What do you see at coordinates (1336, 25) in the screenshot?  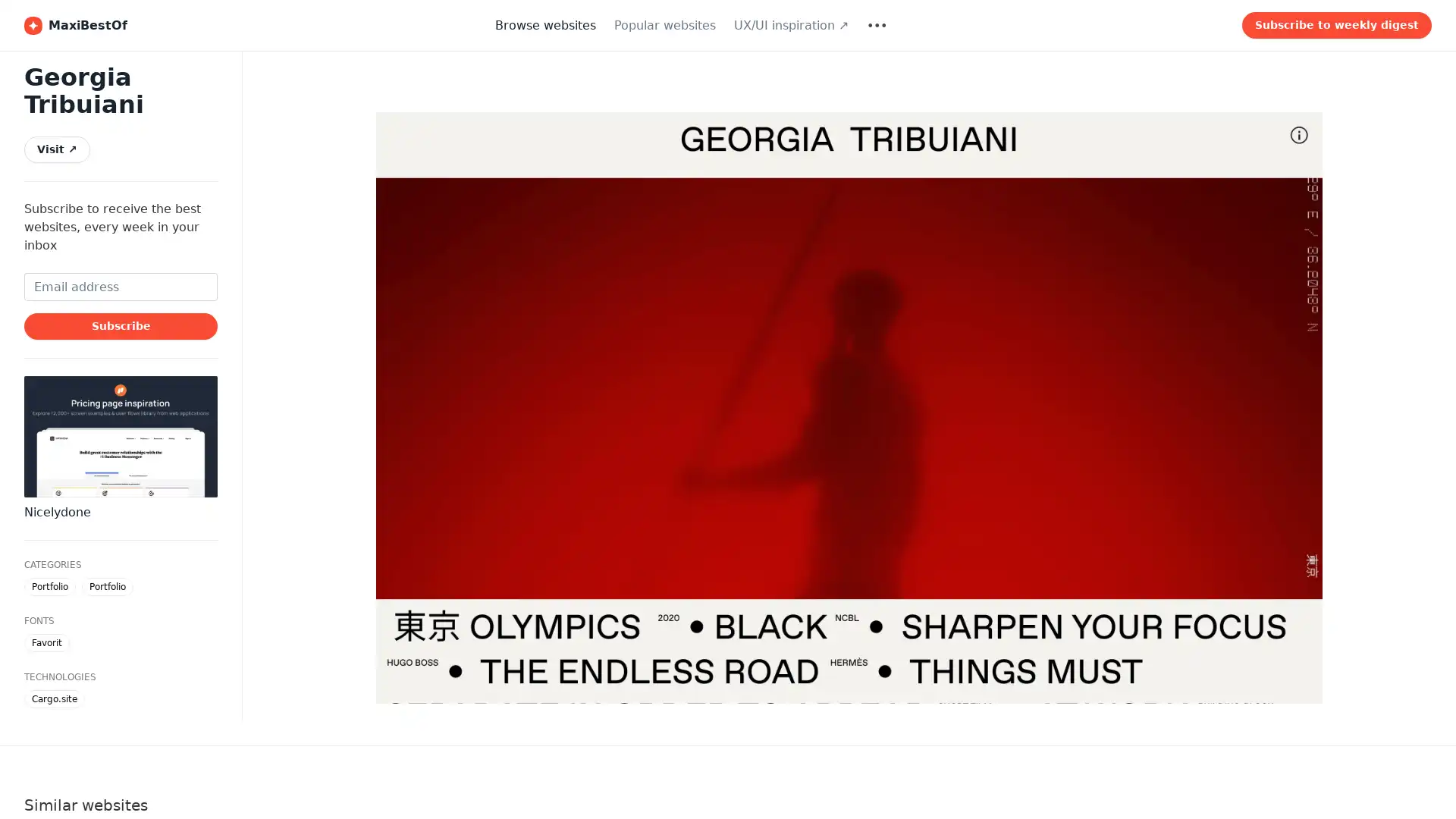 I see `Subscribe to weekly digest` at bounding box center [1336, 25].